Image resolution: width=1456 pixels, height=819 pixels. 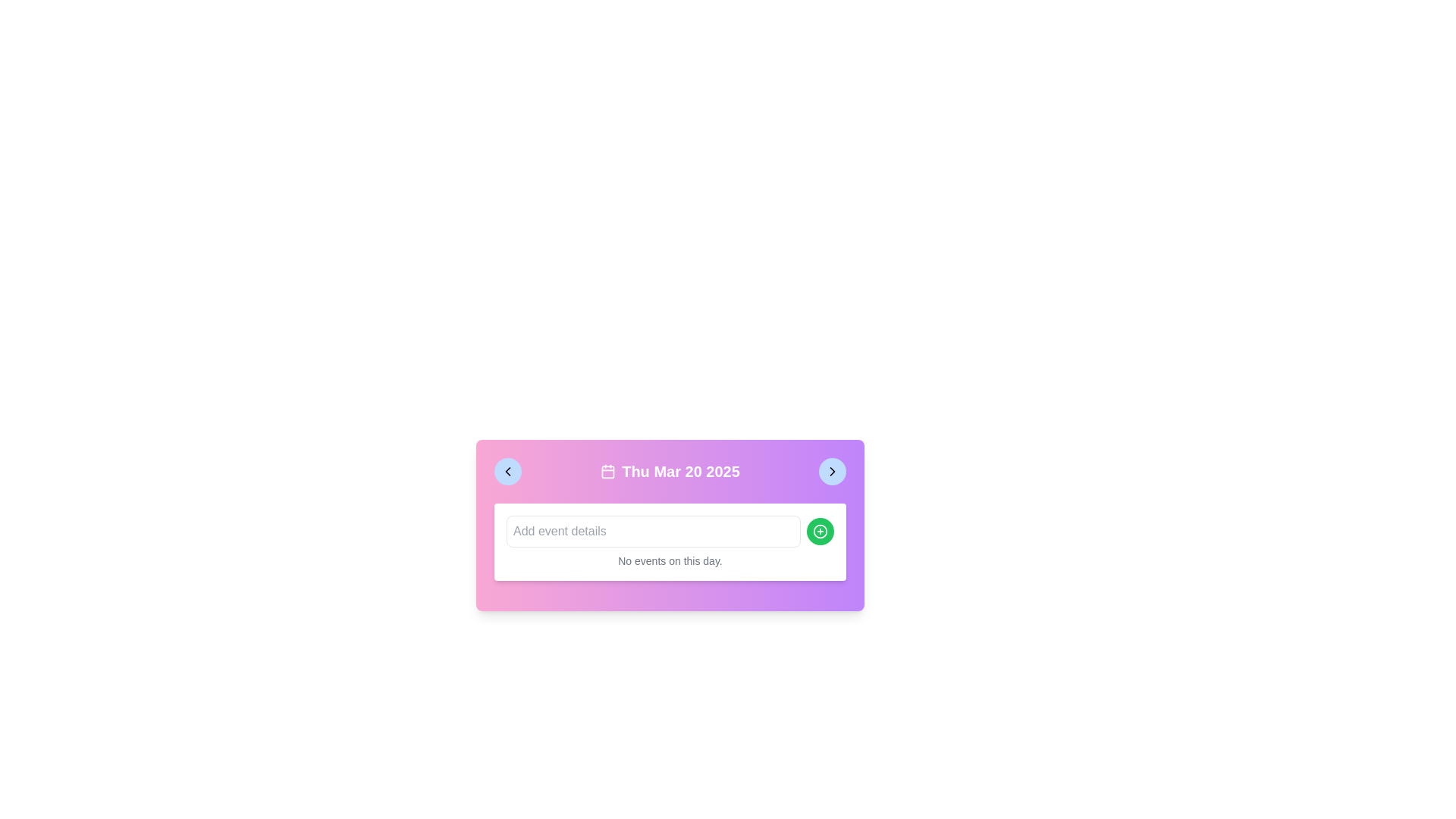 What do you see at coordinates (819, 531) in the screenshot?
I see `the circular green button with a white '+' icon` at bounding box center [819, 531].